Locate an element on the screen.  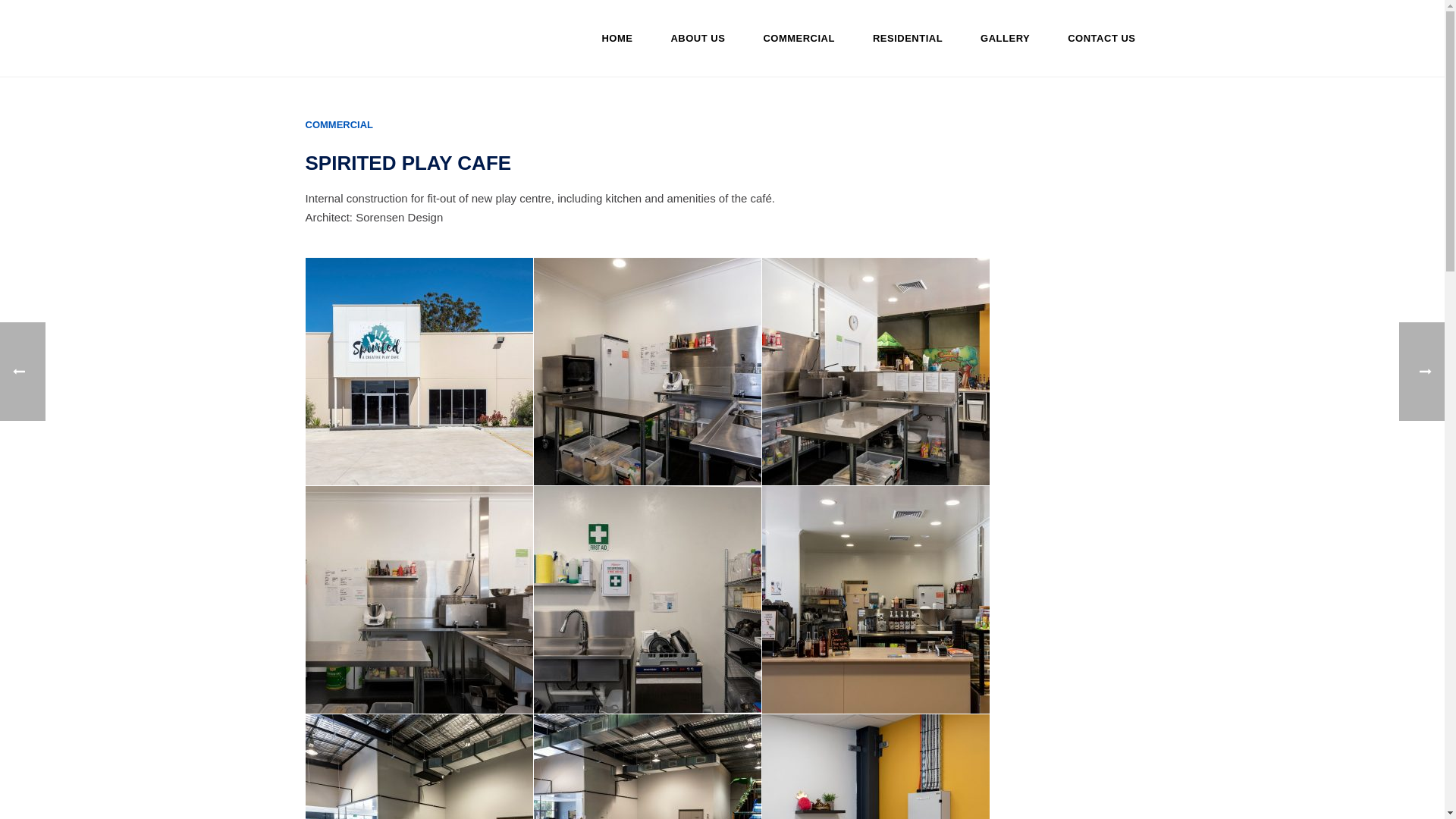
'CONTACT US' is located at coordinates (1101, 37).